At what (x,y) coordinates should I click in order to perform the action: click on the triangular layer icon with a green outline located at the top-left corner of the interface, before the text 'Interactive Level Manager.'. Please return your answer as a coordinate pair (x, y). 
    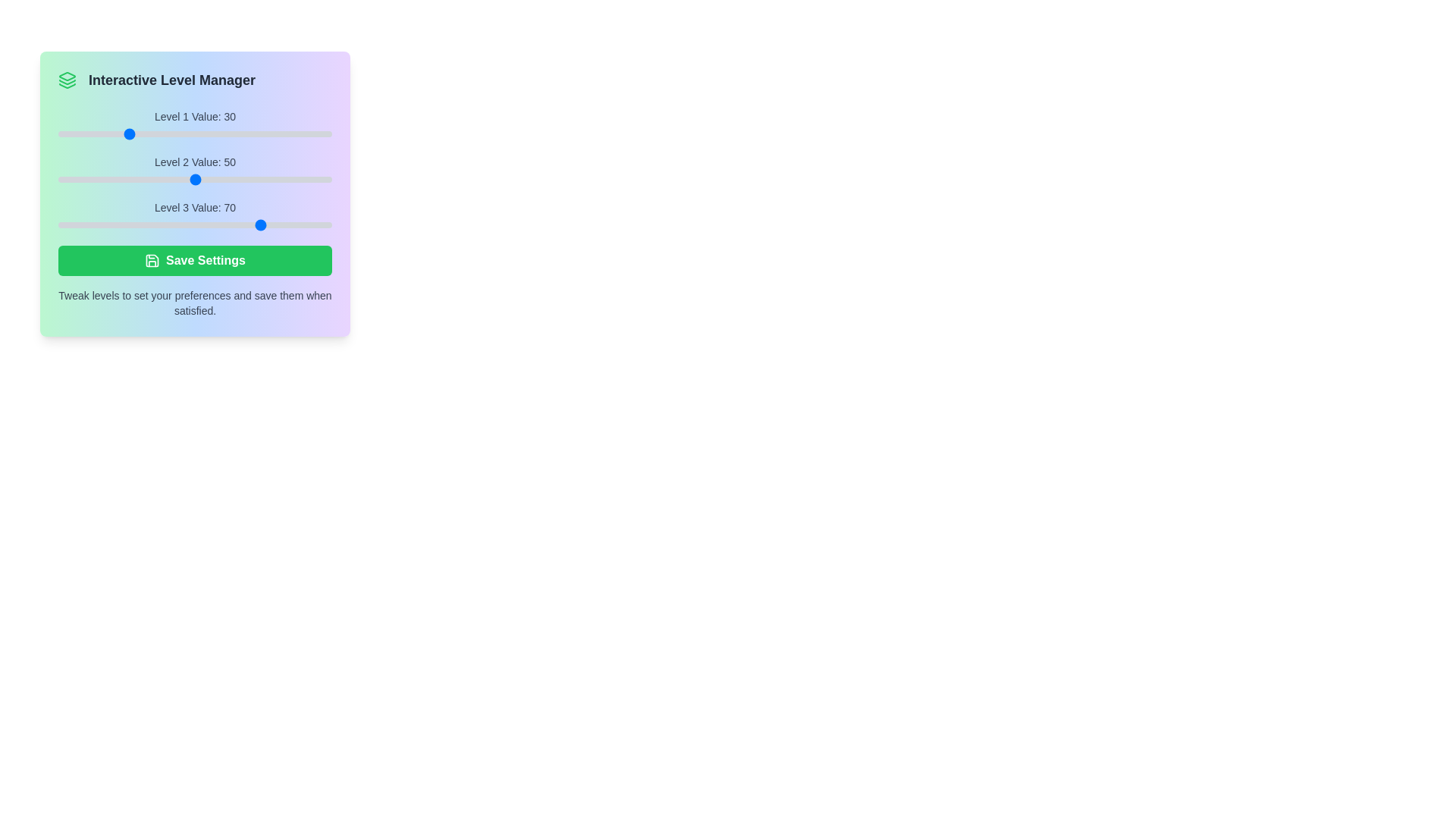
    Looking at the image, I should click on (67, 76).